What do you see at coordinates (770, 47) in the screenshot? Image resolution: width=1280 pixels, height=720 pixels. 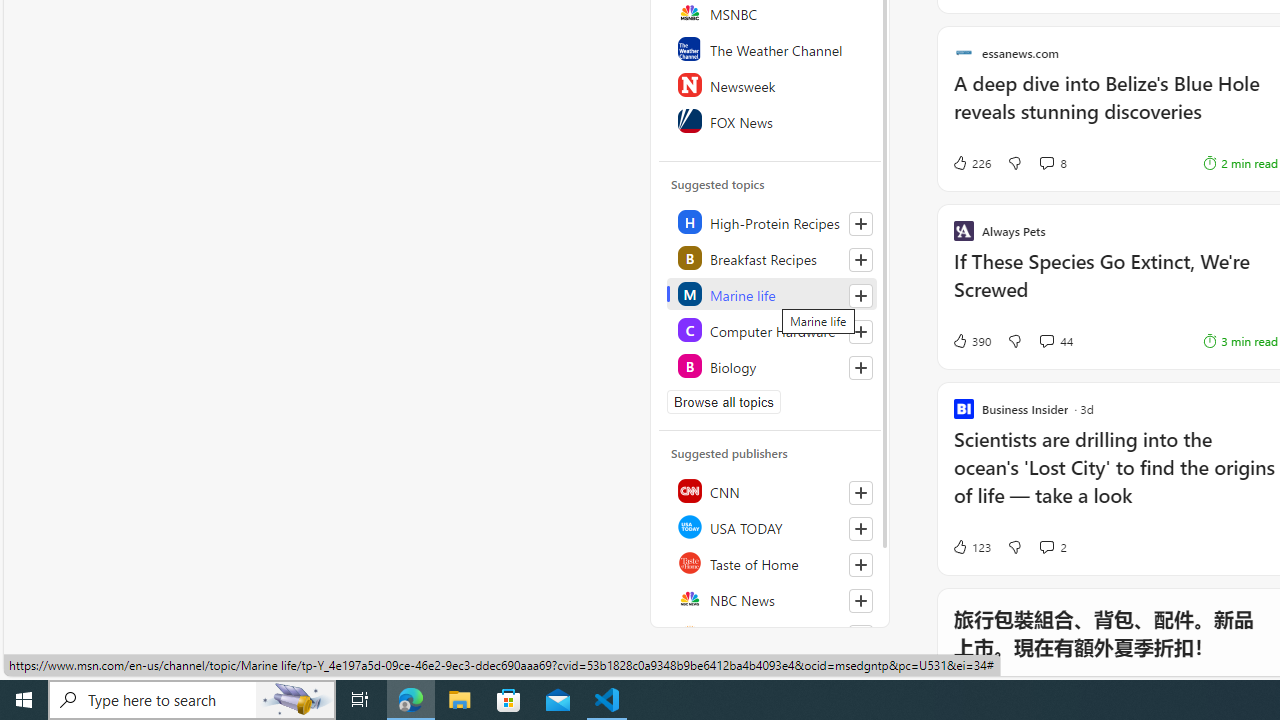 I see `'The Weather Channel'` at bounding box center [770, 47].